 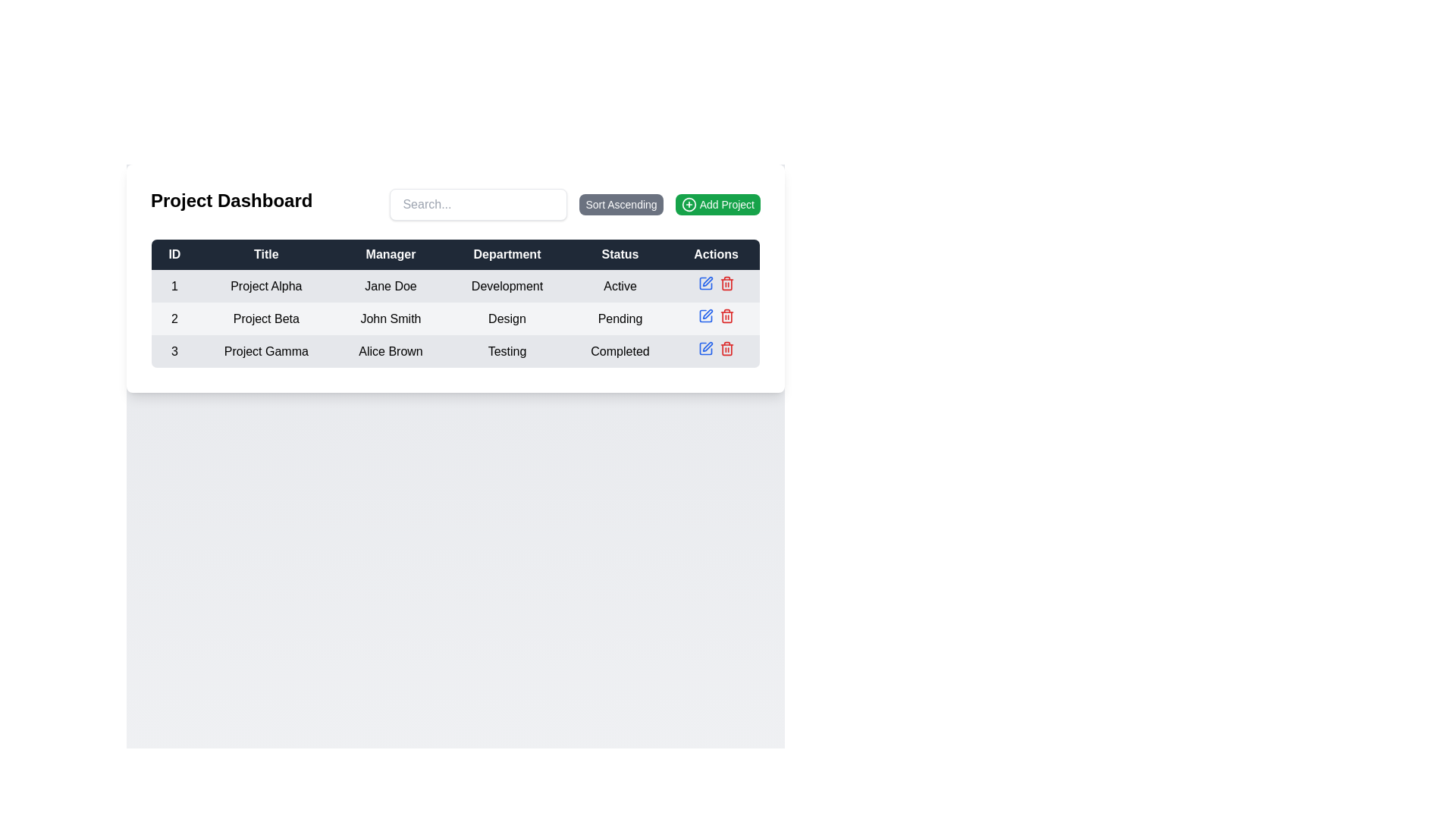 I want to click on the pen-shaped icon button located in the 'Actions' column of the second row in the table next to 'Project Beta', so click(x=707, y=313).